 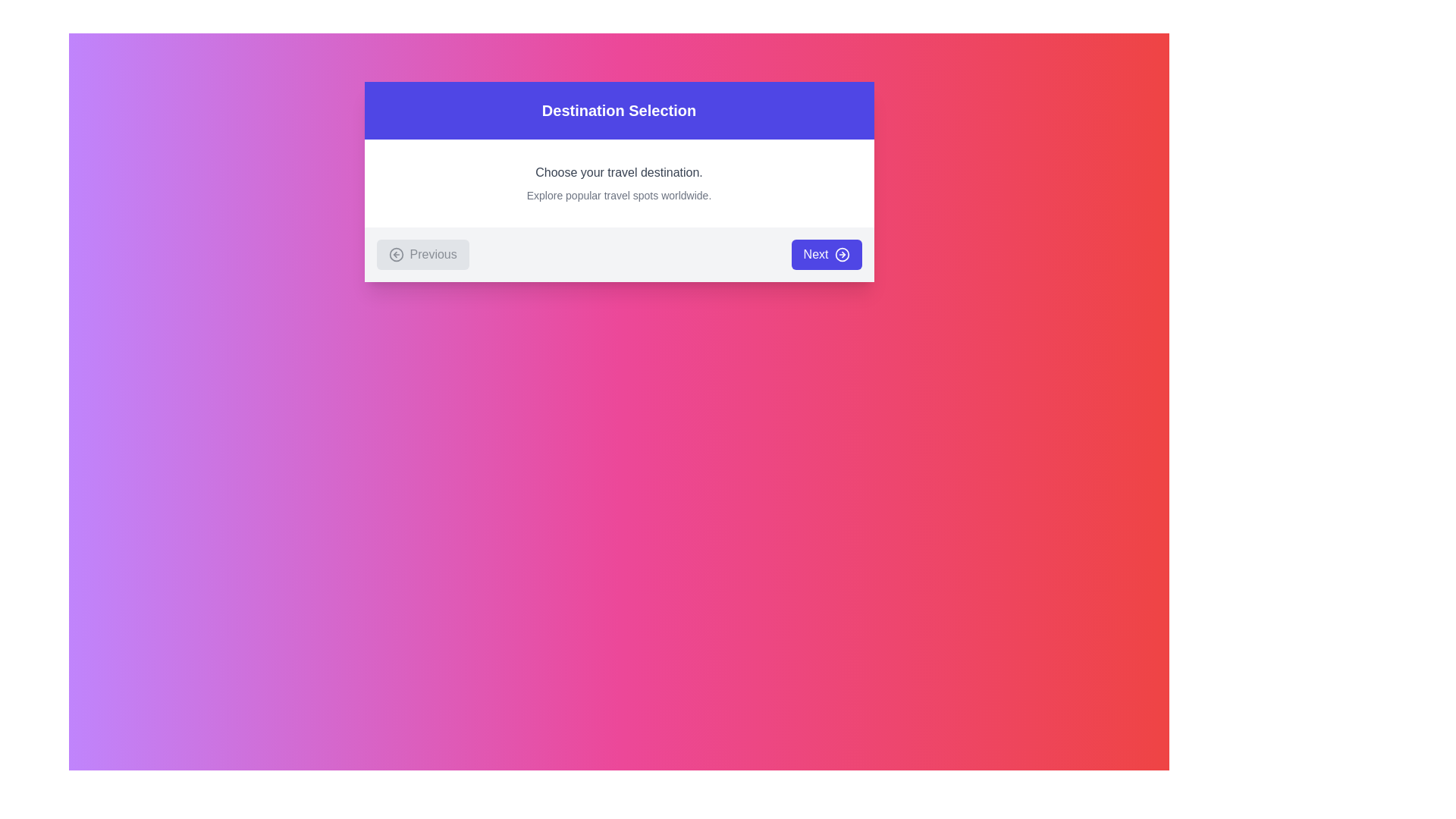 What do you see at coordinates (825, 253) in the screenshot?
I see `the second button in the dialog box, located at the bottom-right corner` at bounding box center [825, 253].